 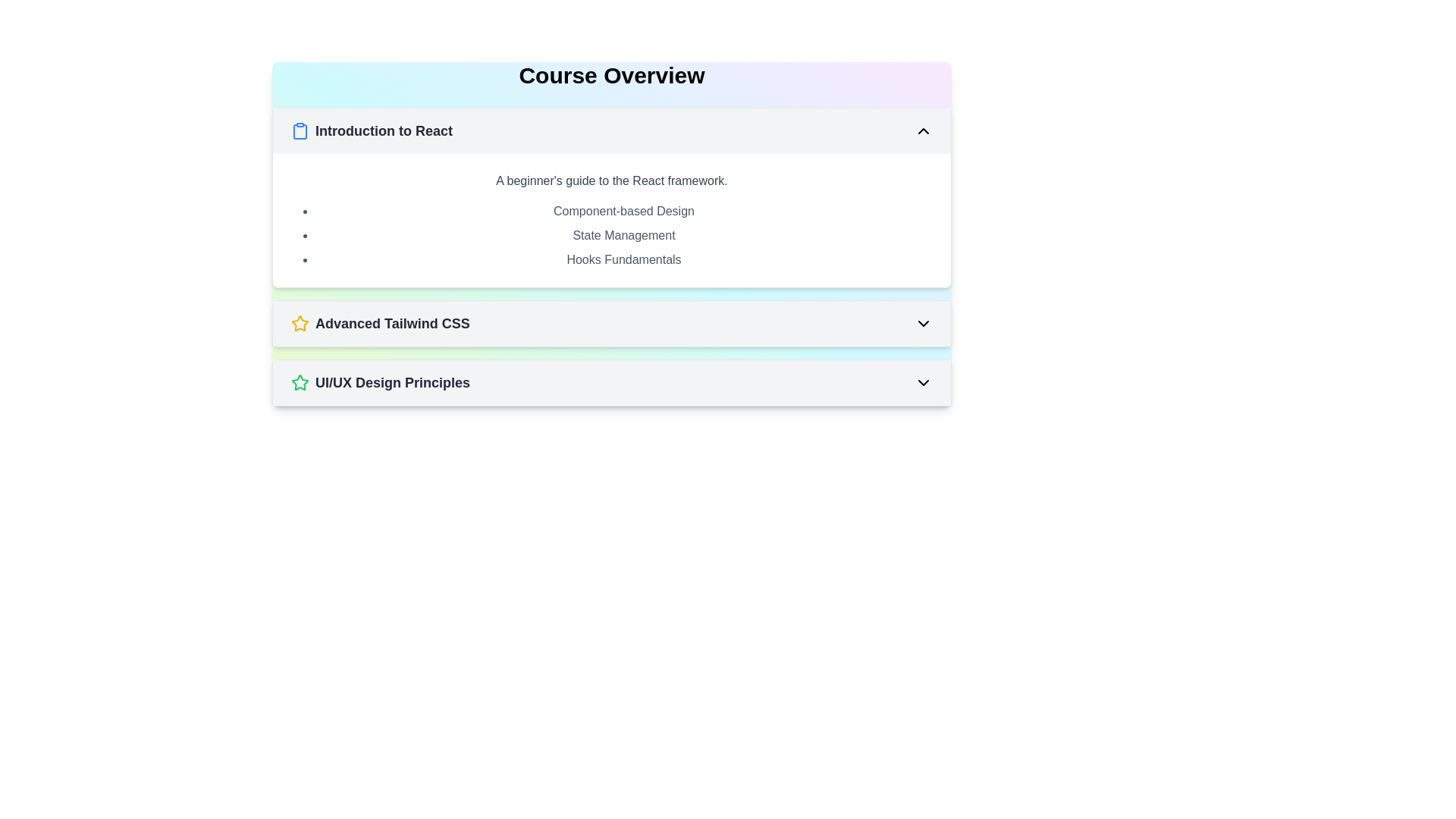 I want to click on course title displayed as a heading for the second module titled 'Advanced Tailwind CSS' in the 'Course Overview' section, located in the light gray bar, so click(x=380, y=323).